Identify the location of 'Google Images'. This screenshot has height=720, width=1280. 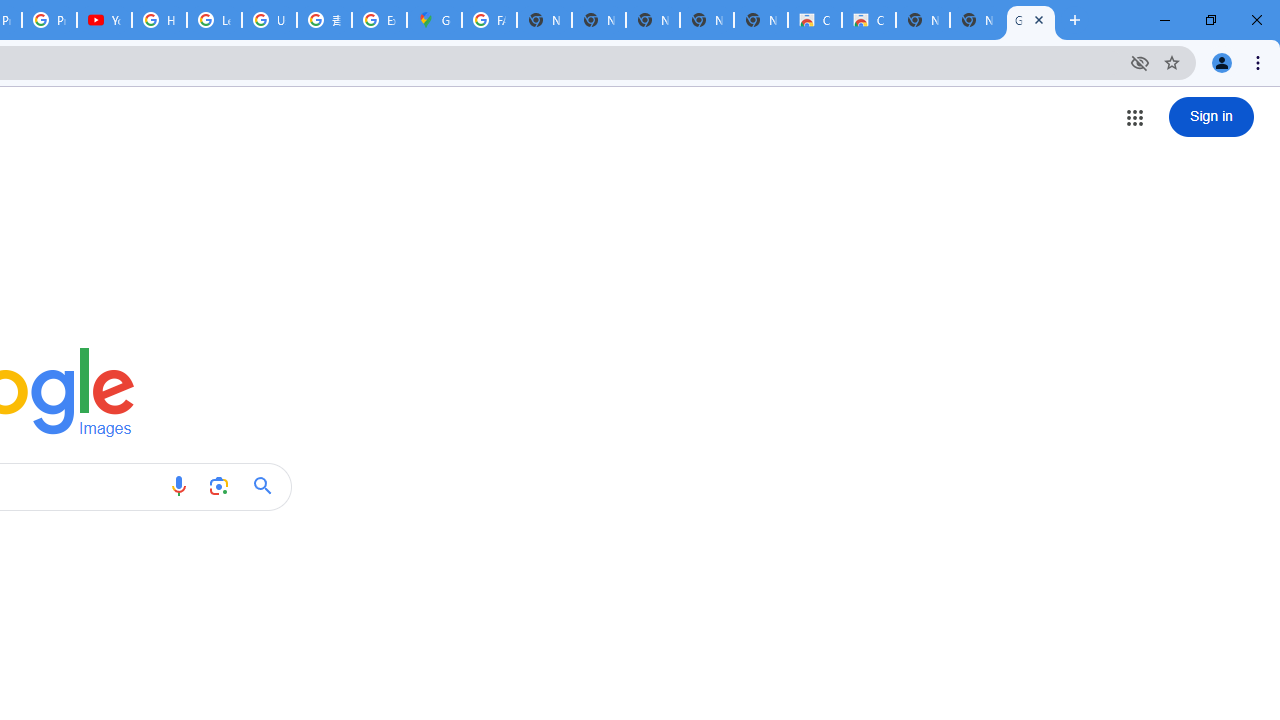
(1031, 20).